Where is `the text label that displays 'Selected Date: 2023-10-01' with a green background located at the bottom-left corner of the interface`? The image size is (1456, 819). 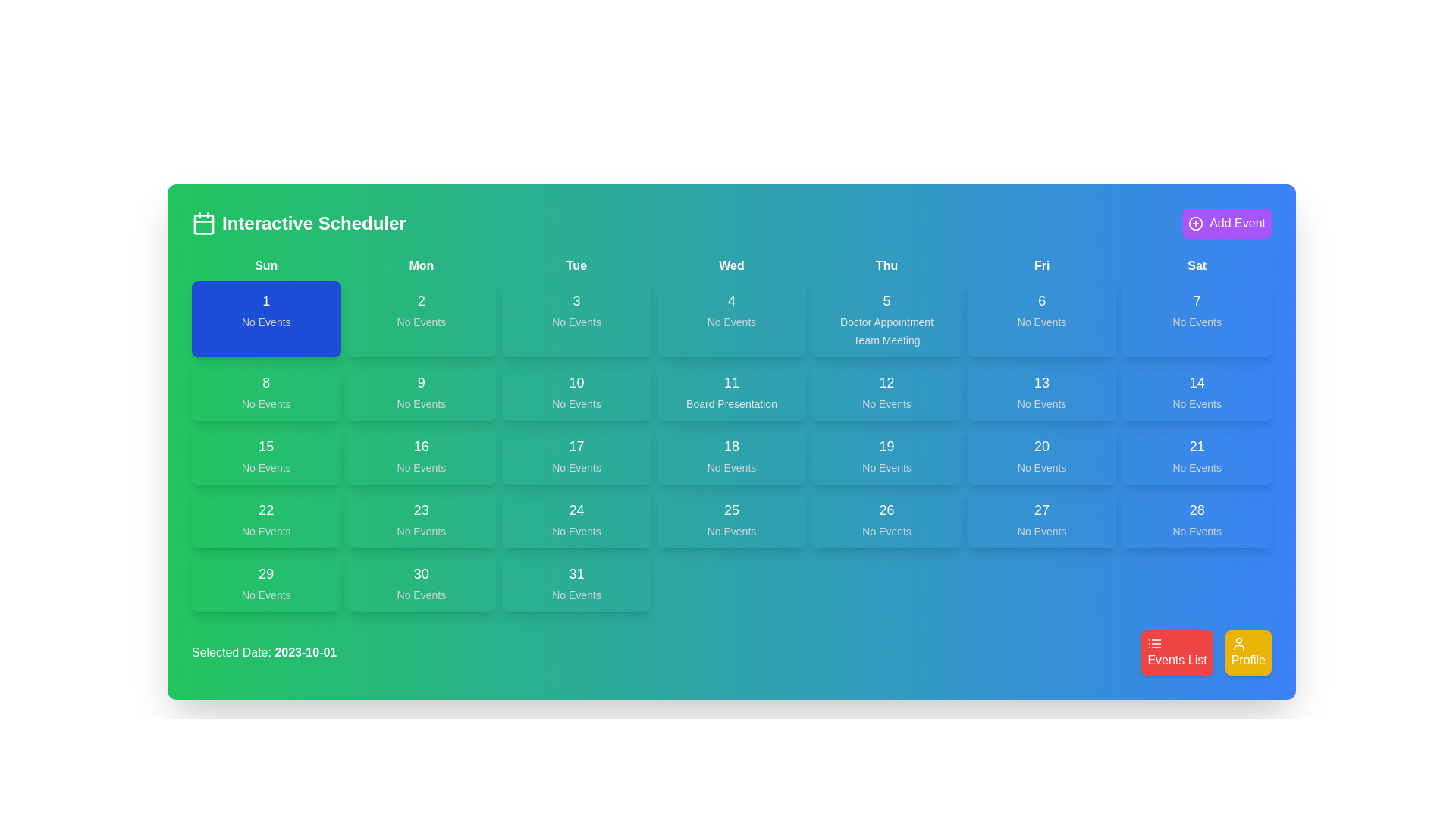 the text label that displays 'Selected Date: 2023-10-01' with a green background located at the bottom-left corner of the interface is located at coordinates (264, 651).